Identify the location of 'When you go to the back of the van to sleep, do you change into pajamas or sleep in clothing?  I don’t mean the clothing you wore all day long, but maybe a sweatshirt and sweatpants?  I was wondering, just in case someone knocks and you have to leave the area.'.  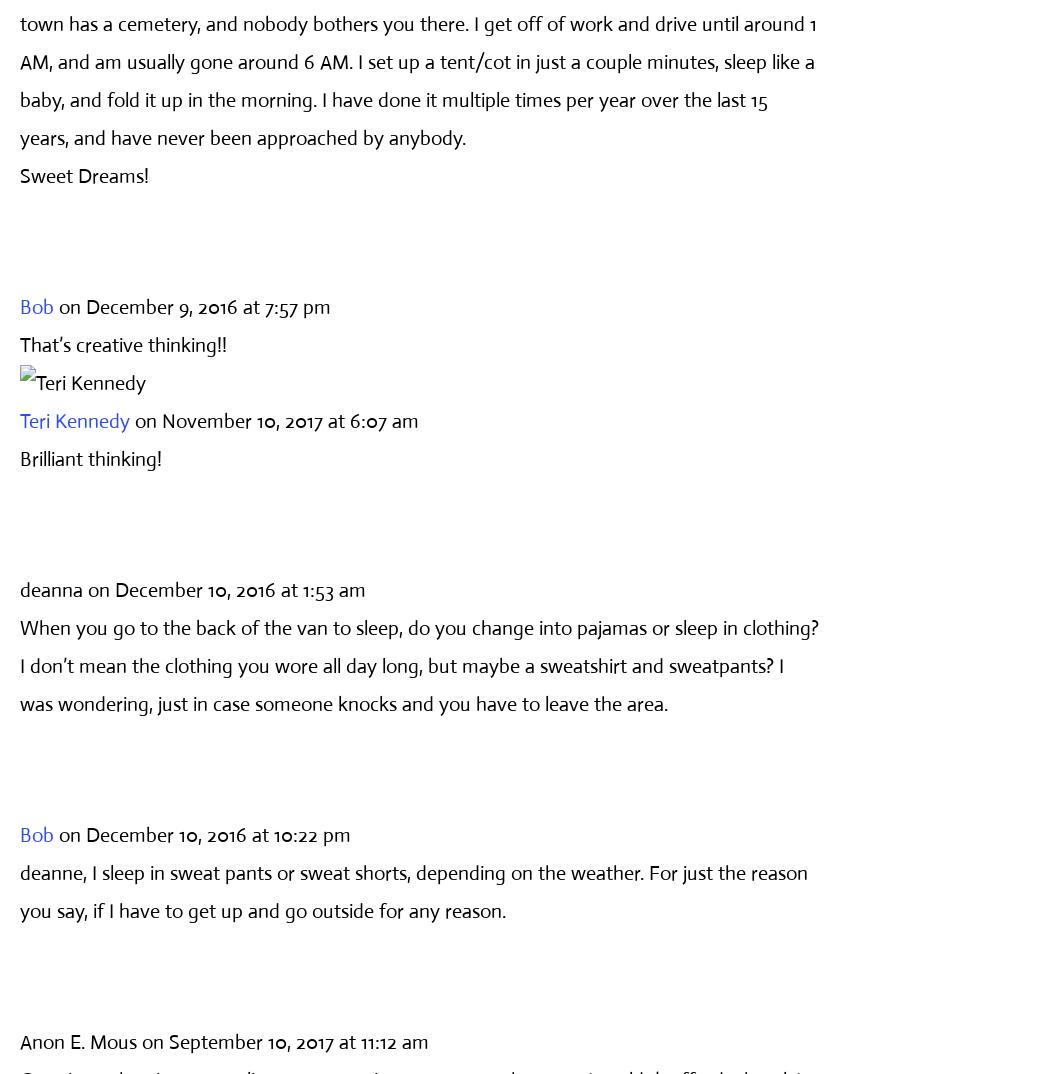
(418, 664).